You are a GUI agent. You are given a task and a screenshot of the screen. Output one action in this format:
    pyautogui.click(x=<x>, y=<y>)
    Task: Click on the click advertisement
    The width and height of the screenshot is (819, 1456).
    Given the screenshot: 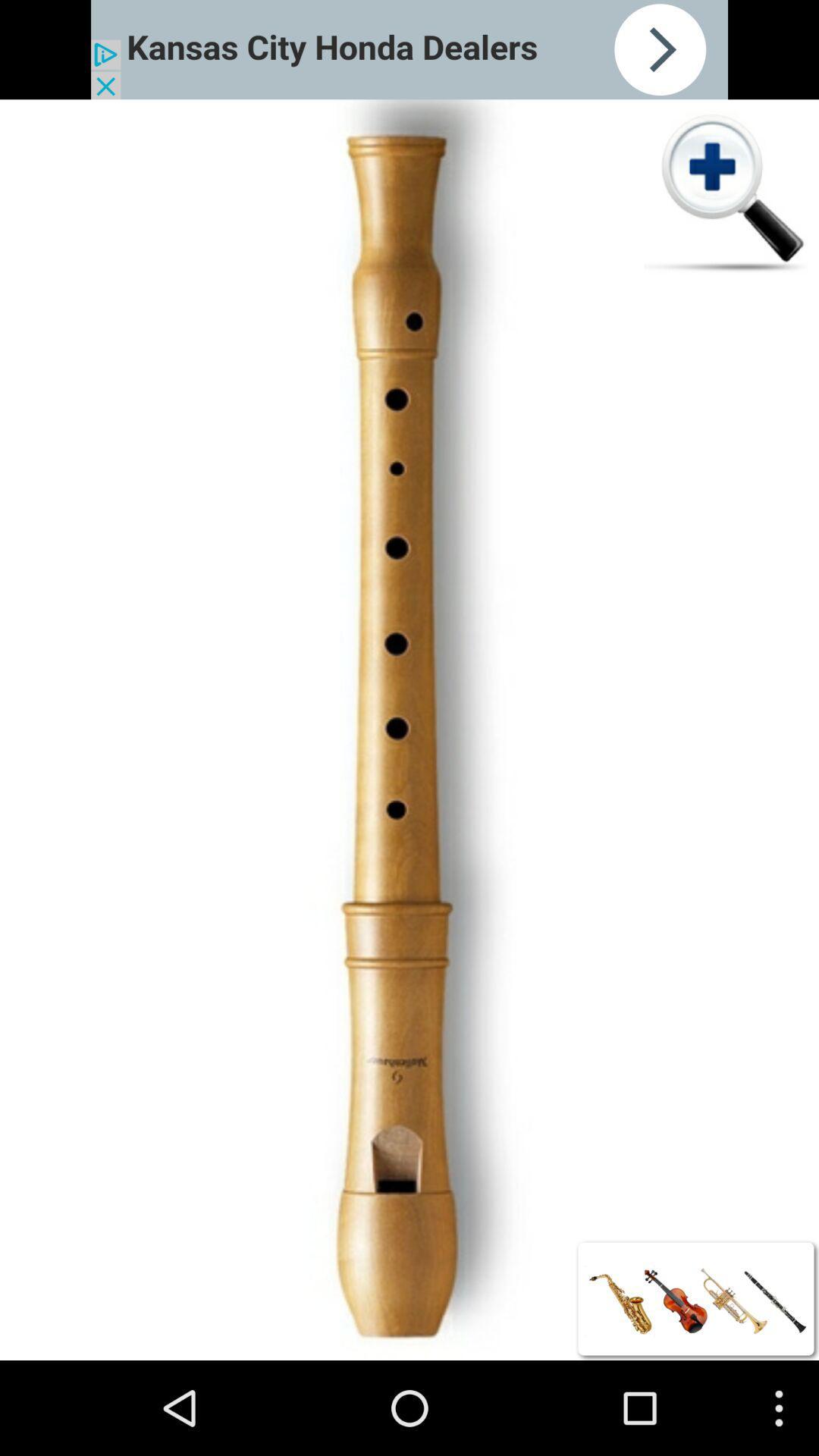 What is the action you would take?
    pyautogui.click(x=409, y=49)
    